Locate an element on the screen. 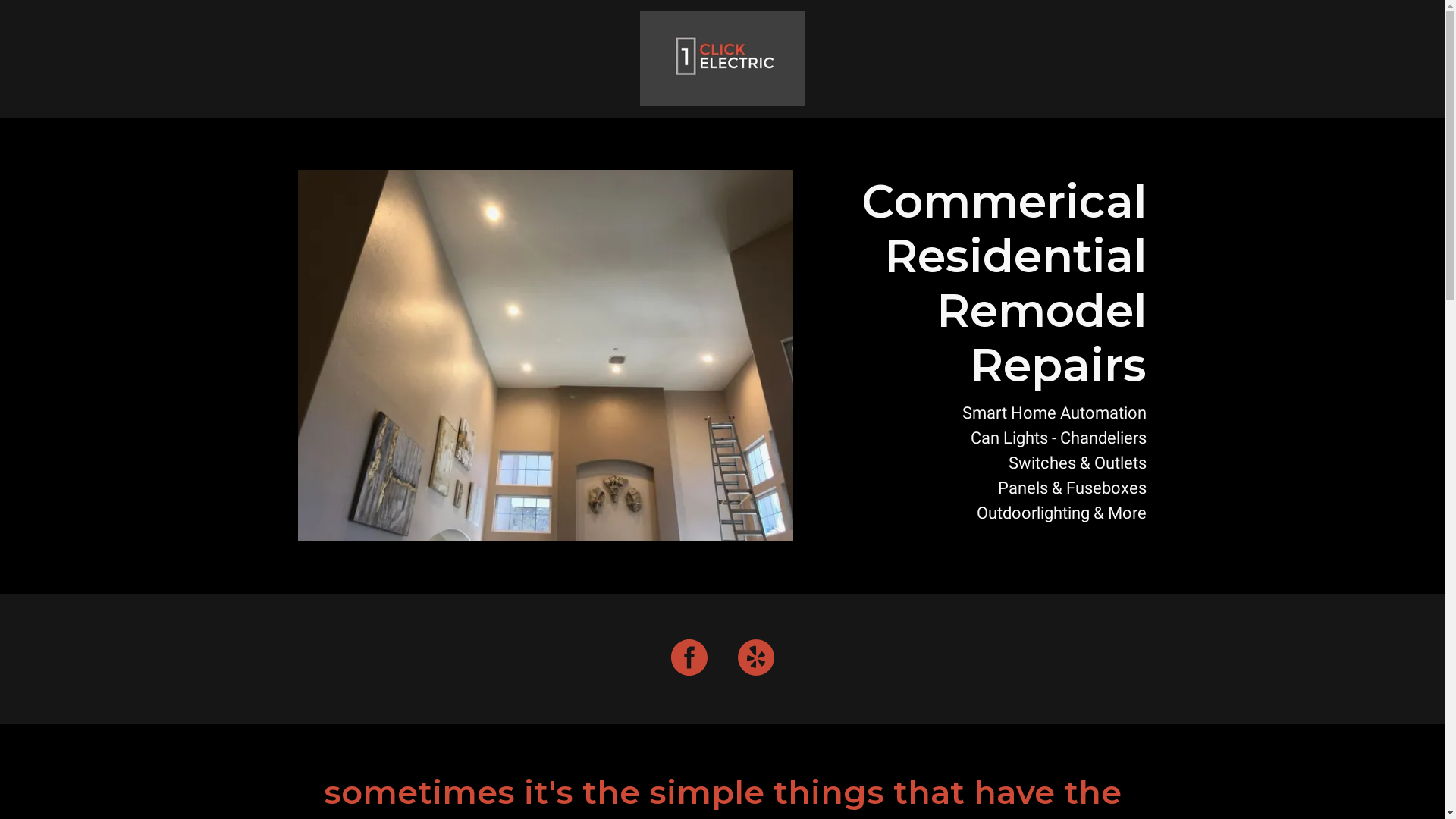 The width and height of the screenshot is (1456, 819). '               ' is located at coordinates (722, 57).